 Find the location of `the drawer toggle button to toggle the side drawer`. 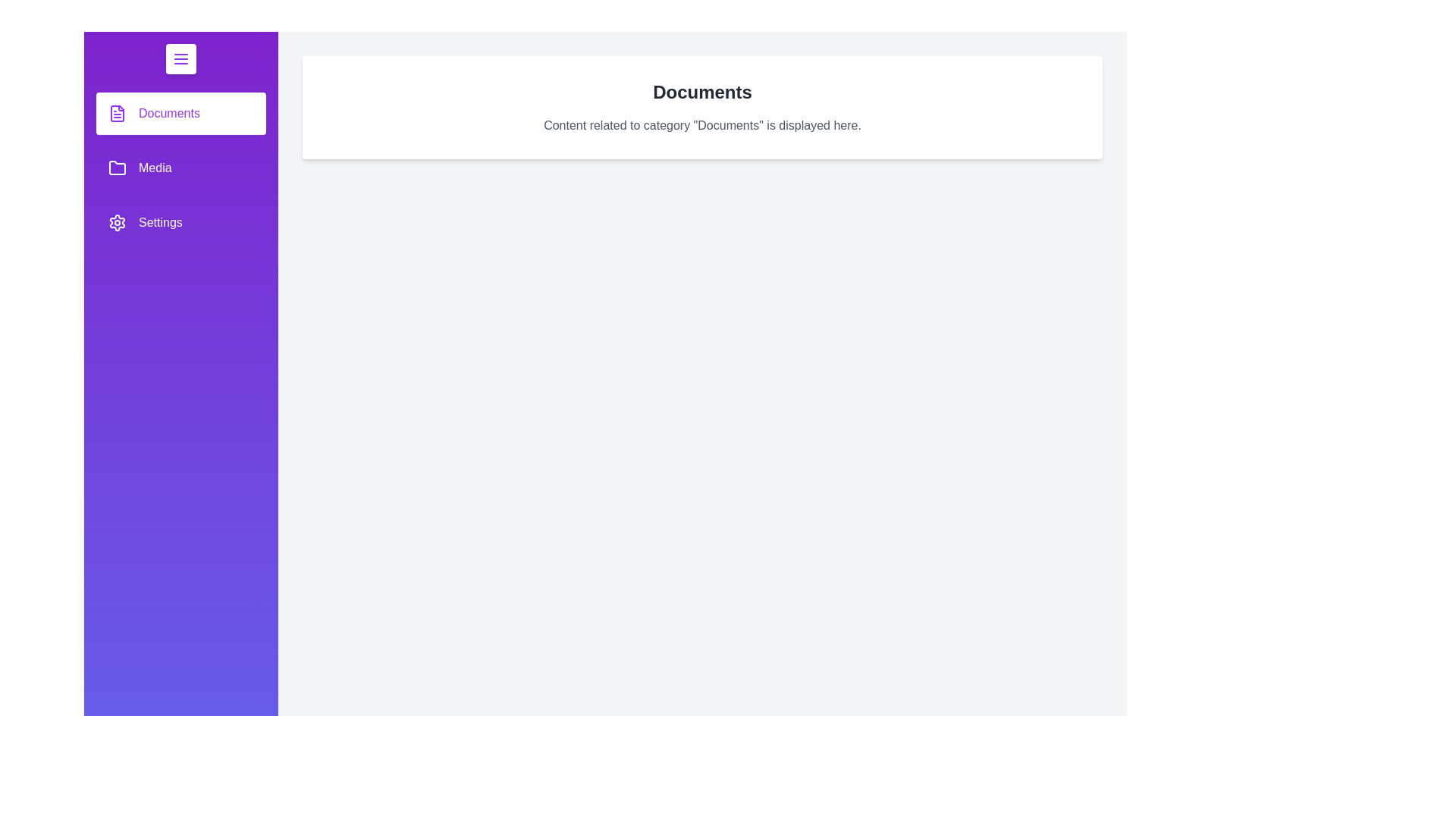

the drawer toggle button to toggle the side drawer is located at coordinates (181, 58).